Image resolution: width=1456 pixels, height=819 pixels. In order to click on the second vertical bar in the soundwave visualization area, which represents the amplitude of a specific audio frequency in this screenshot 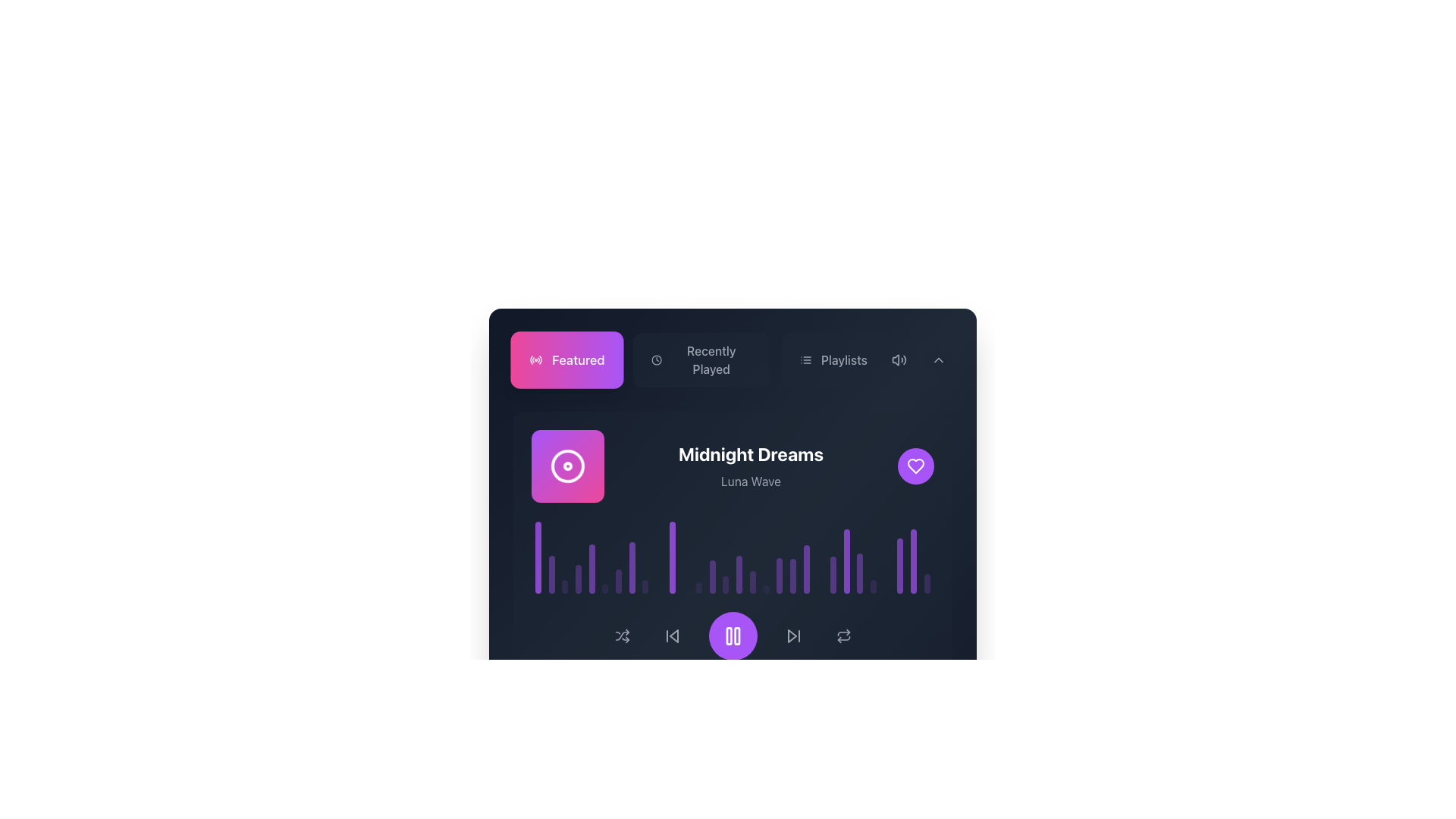, I will do `click(551, 575)`.